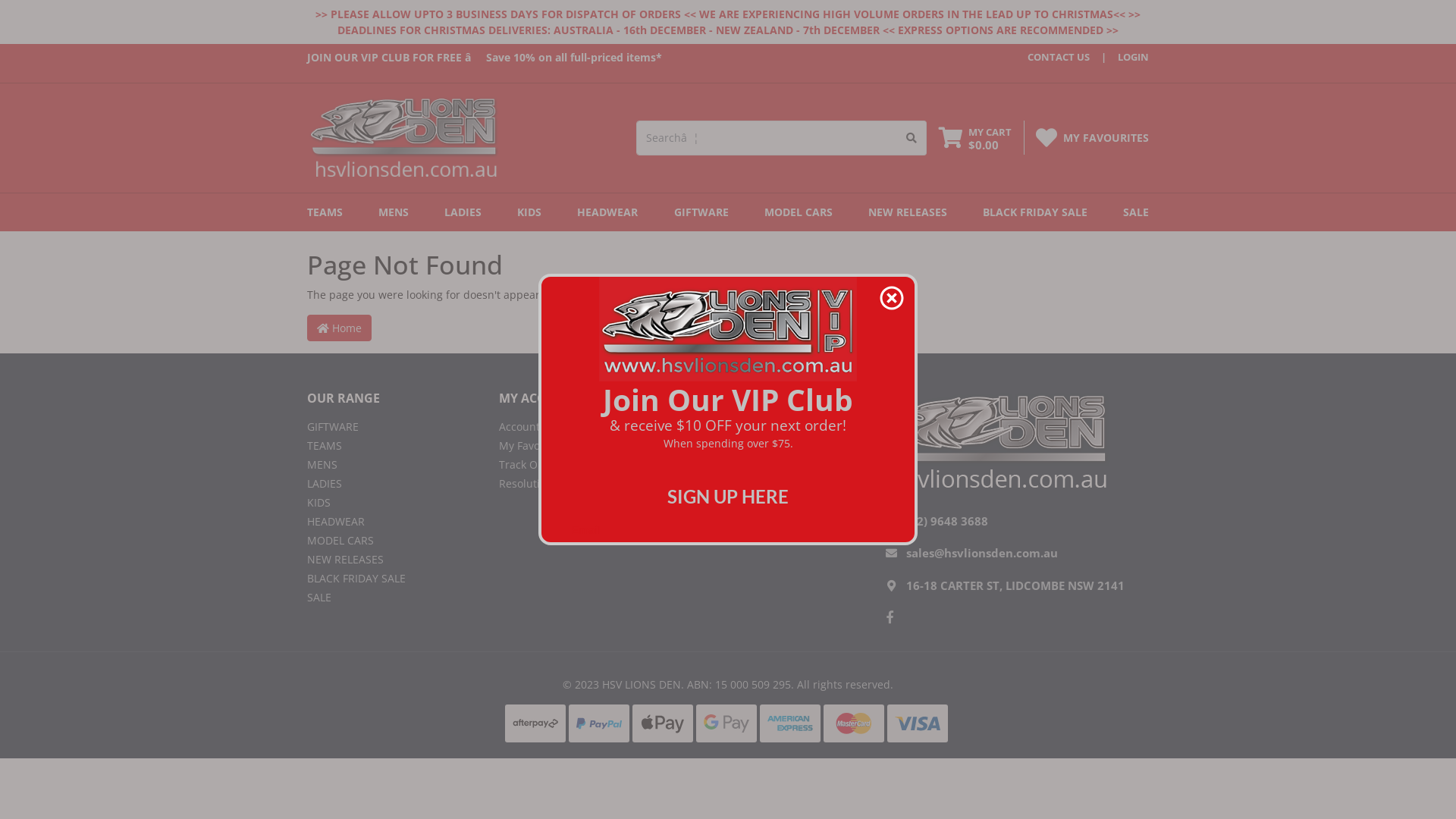 This screenshot has width=1456, height=819. What do you see at coordinates (403, 136) in the screenshot?
I see `'HSV LIONS DEN'` at bounding box center [403, 136].